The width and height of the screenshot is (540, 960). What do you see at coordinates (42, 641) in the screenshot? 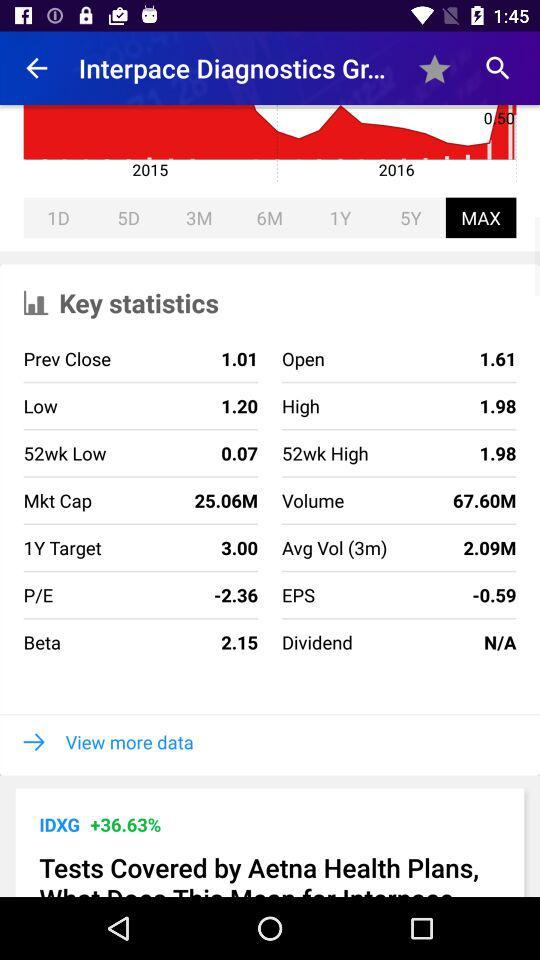
I see `beta` at bounding box center [42, 641].